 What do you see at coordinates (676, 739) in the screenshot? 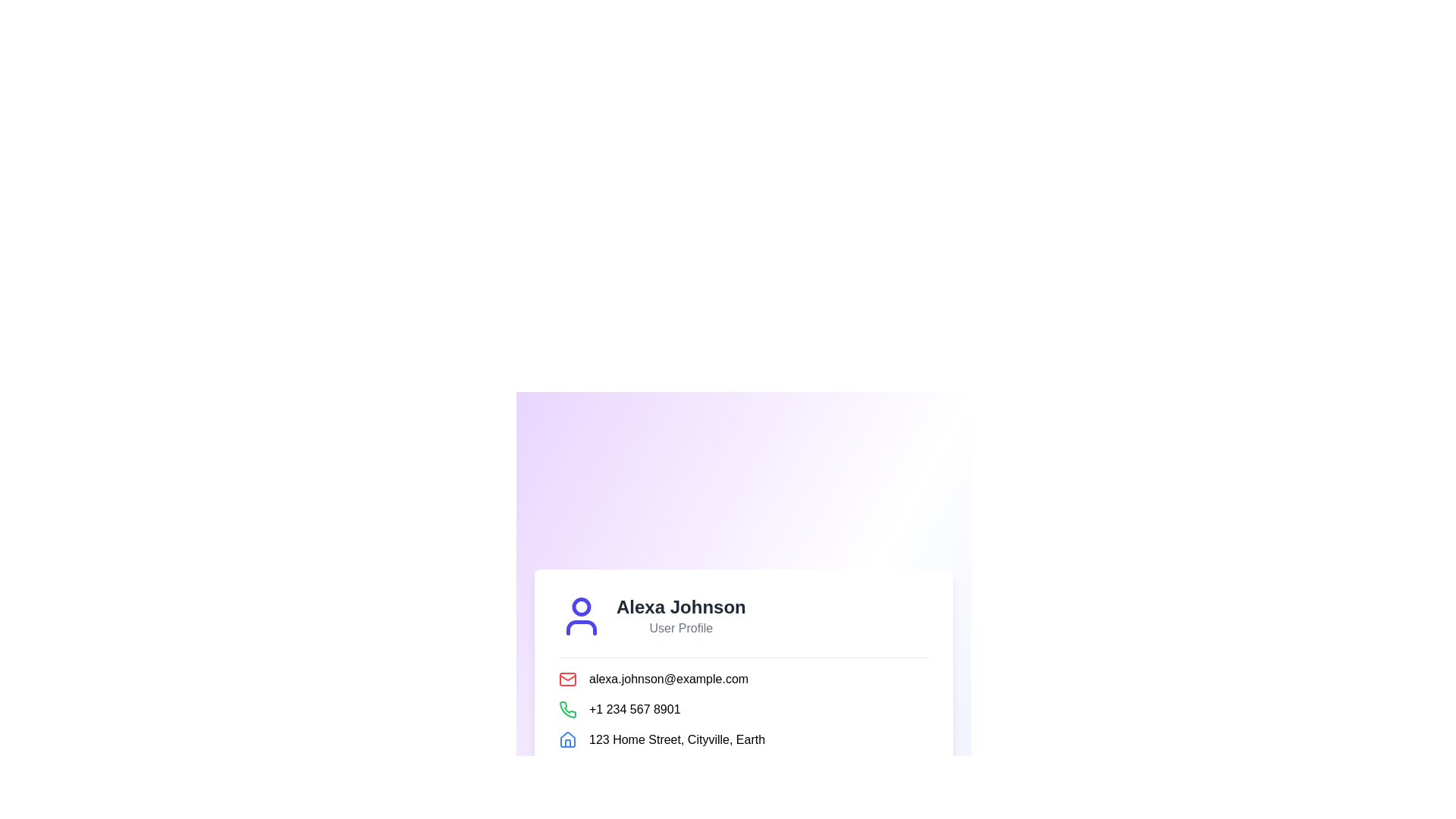
I see `the static text displaying the user's address, which follows a house icon and is positioned below a phone number` at bounding box center [676, 739].